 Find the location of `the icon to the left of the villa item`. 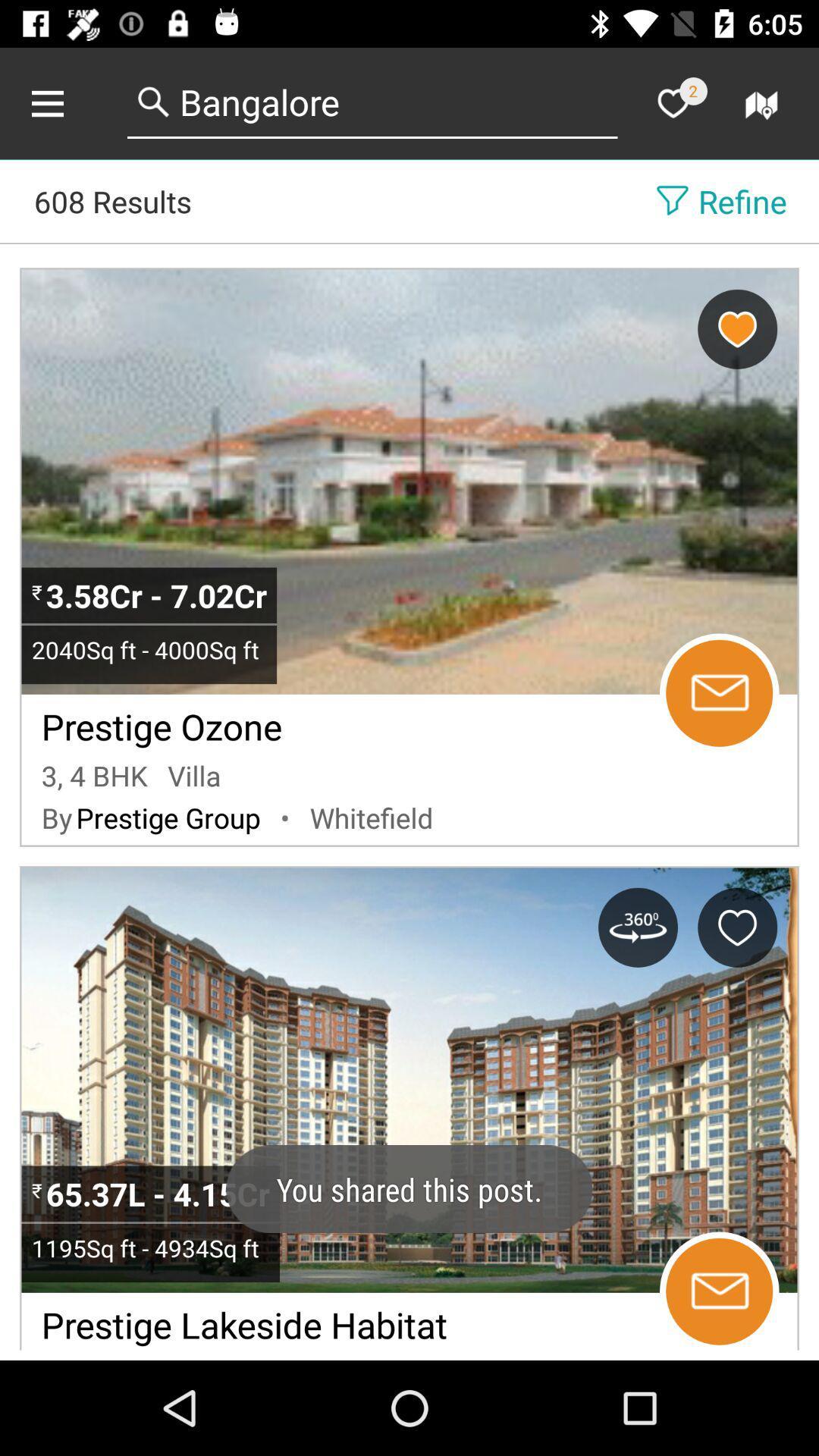

the icon to the left of the villa item is located at coordinates (94, 775).